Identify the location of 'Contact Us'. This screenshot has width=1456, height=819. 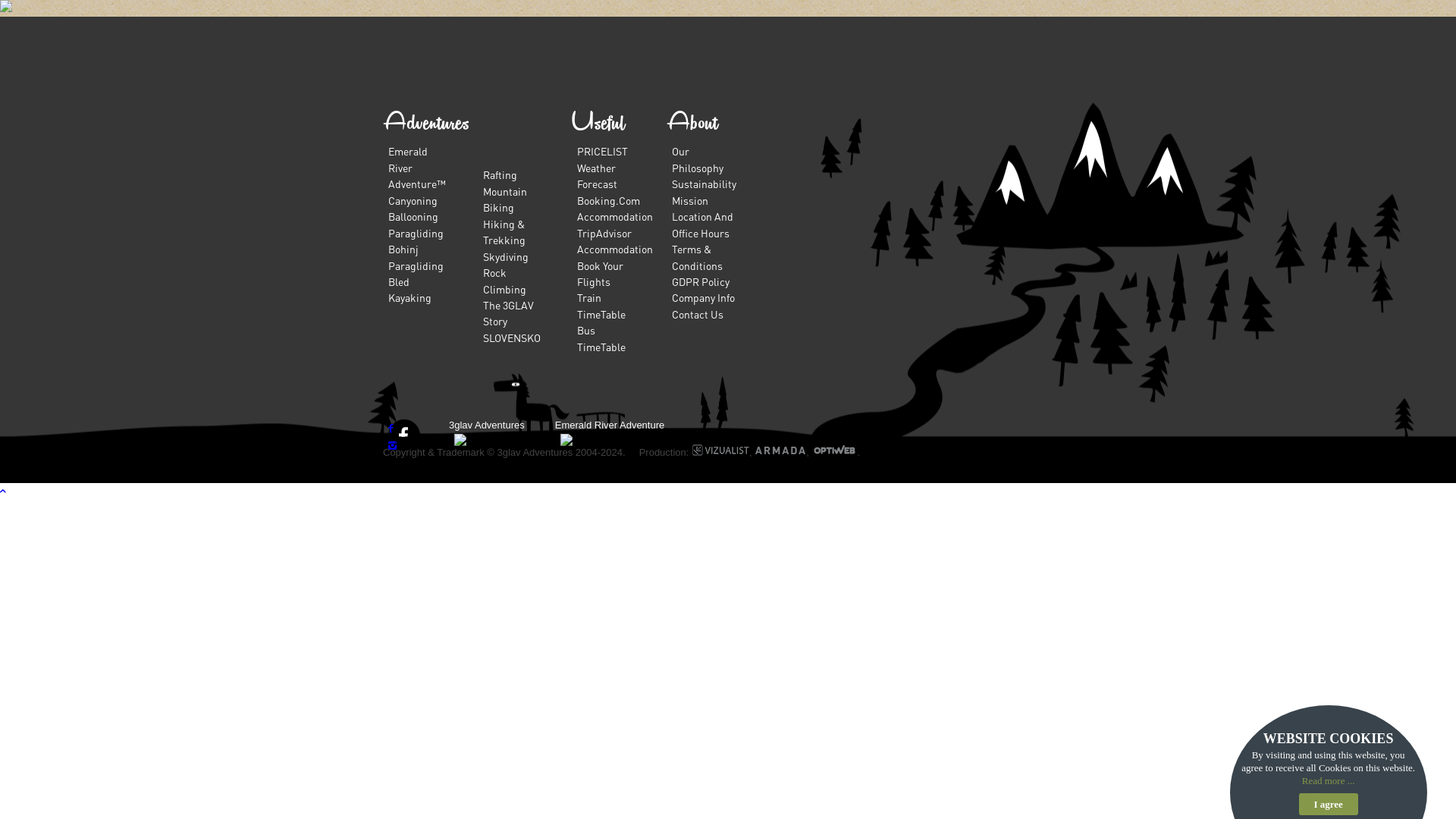
(697, 312).